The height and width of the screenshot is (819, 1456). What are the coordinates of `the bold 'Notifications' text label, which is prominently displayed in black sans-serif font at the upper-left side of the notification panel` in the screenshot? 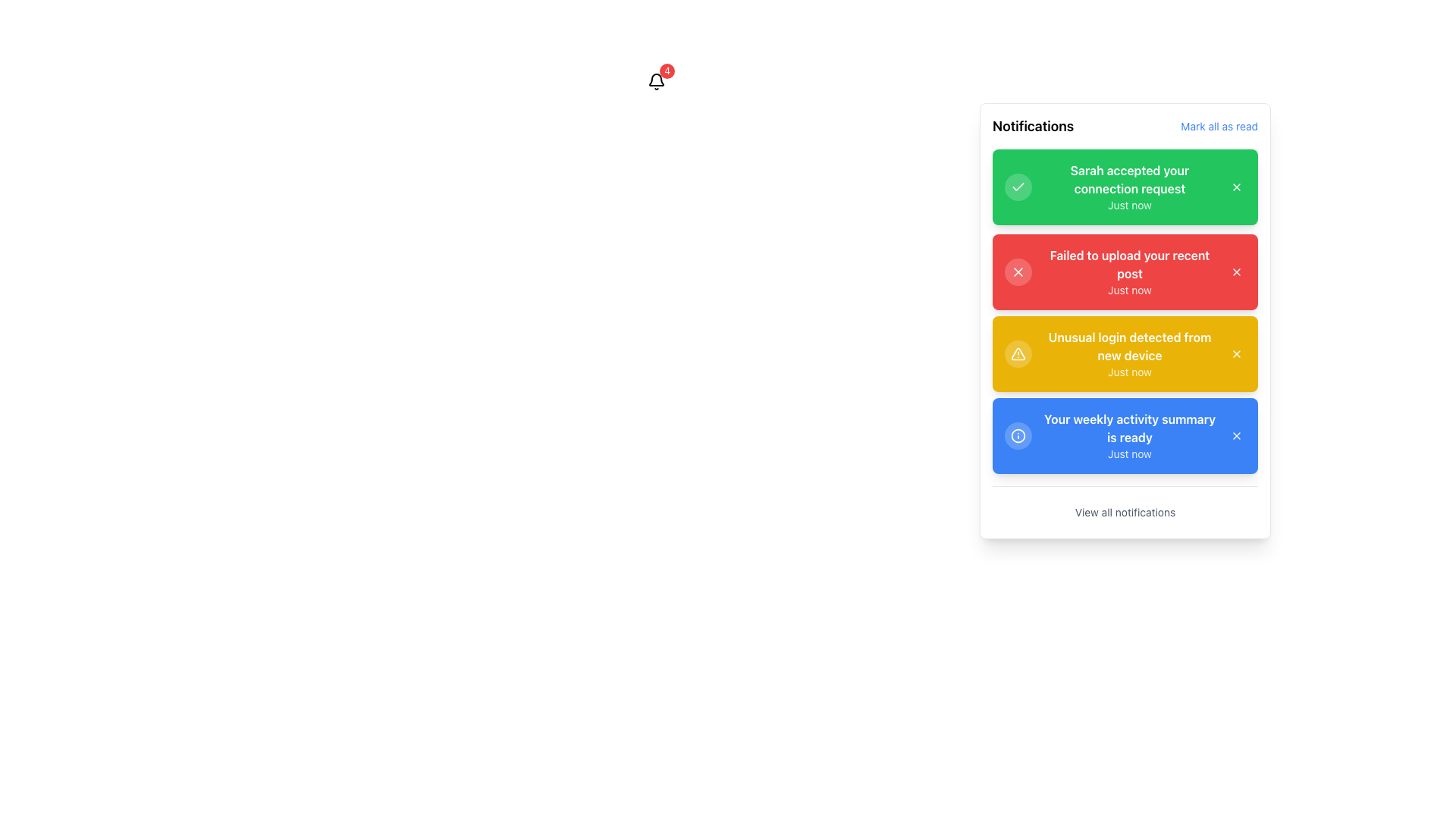 It's located at (1032, 125).